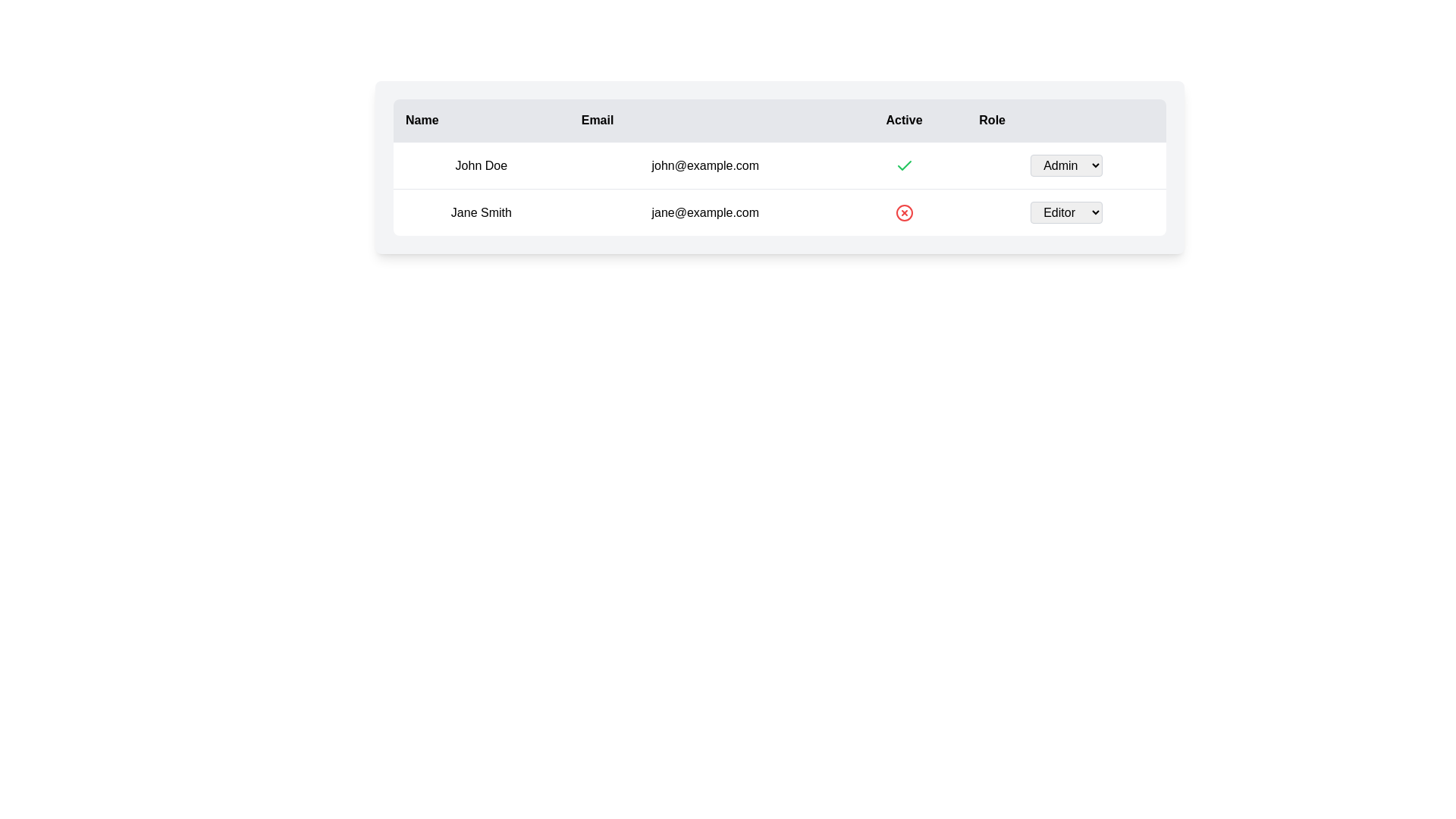  Describe the element at coordinates (1065, 165) in the screenshot. I see `an option from the 'Admin' dropdown menu located in the 'Role' column of the first row, adjacent to the 'Active' column and aligned with 'John Doe'` at that location.